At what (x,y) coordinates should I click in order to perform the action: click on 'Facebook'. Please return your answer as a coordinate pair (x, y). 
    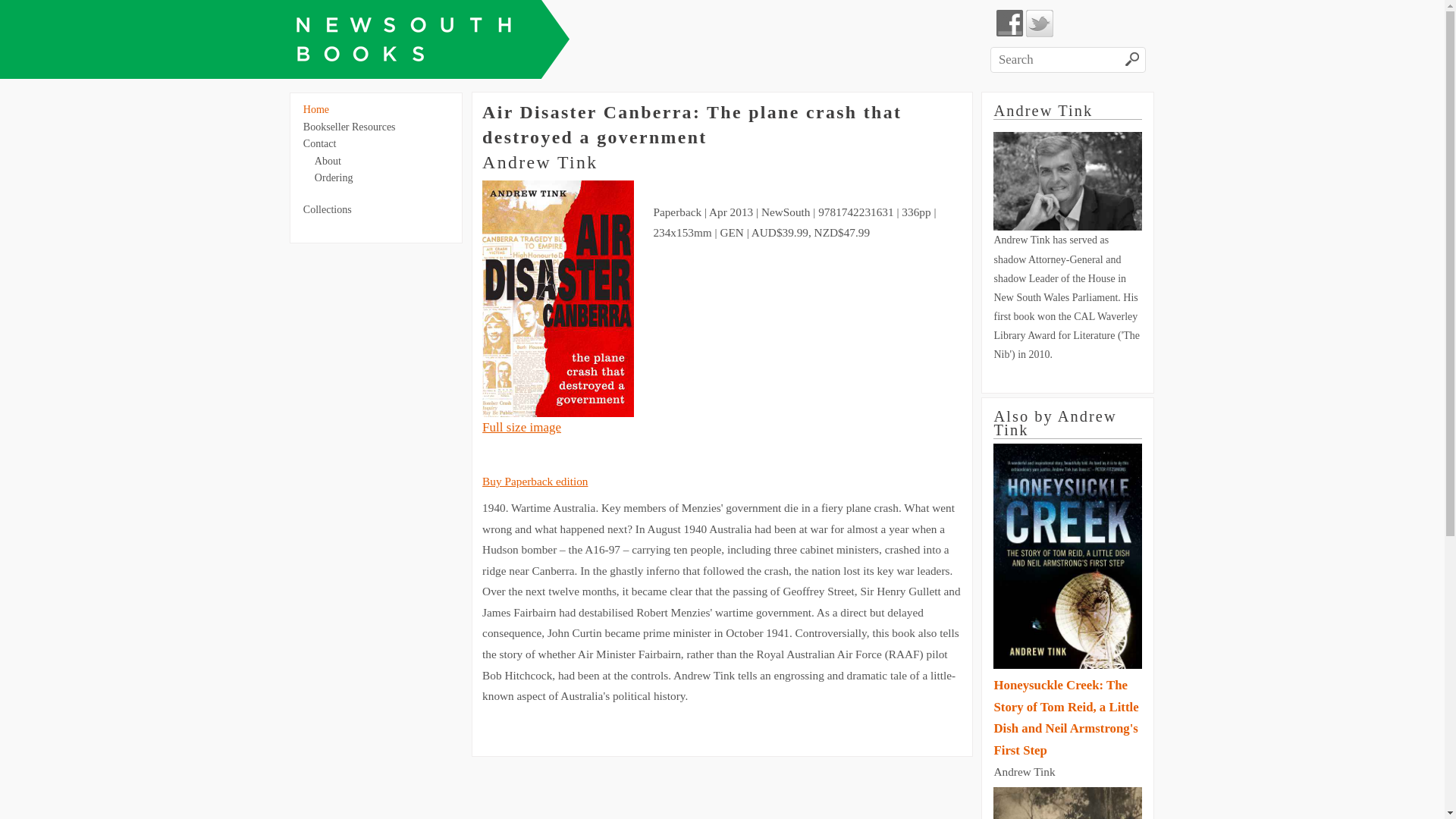
    Looking at the image, I should click on (1009, 23).